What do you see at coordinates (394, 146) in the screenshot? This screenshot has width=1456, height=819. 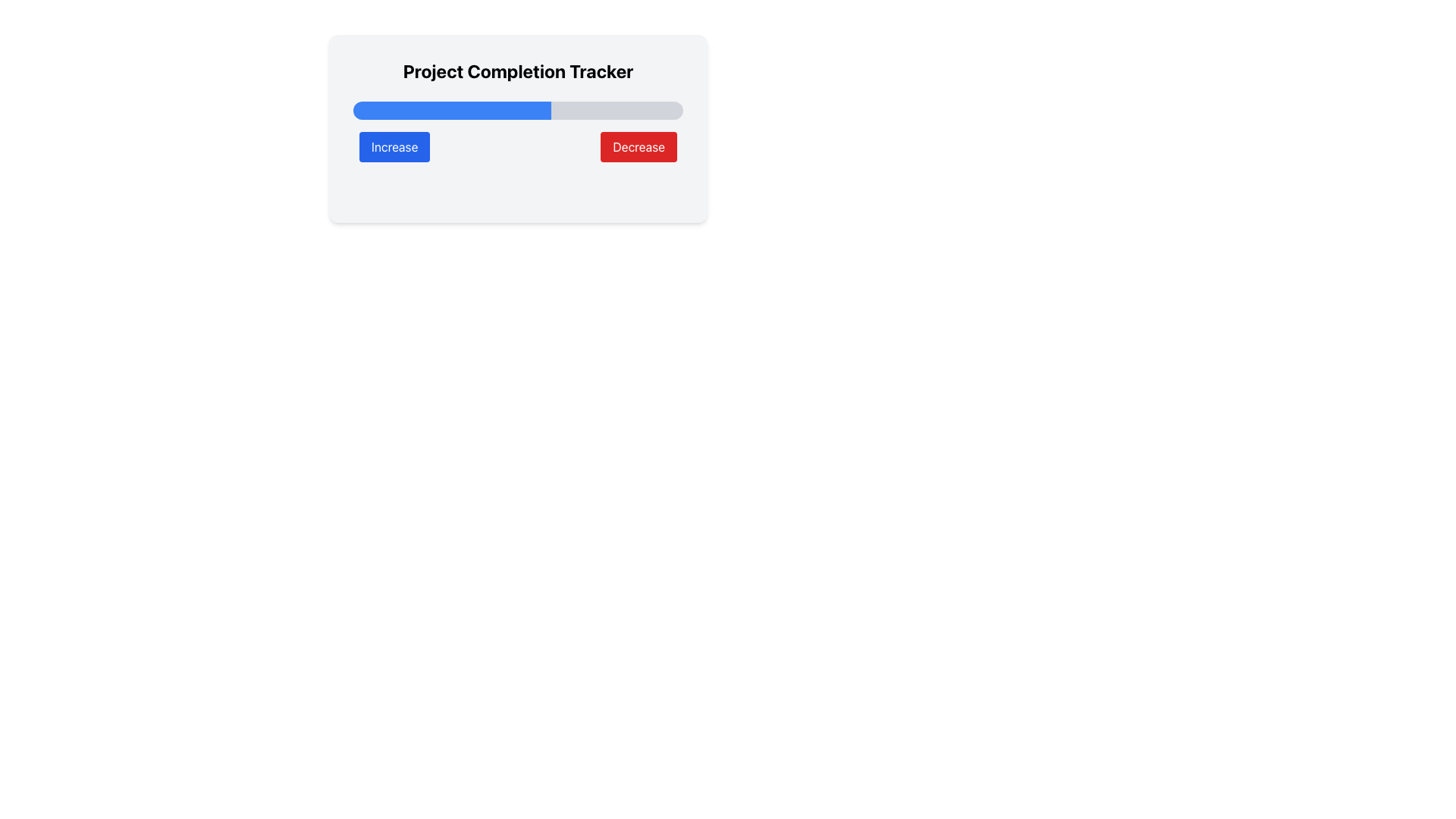 I see `the rectangular button labeled 'Increase' with white text on a blue background to observe its hover effect` at bounding box center [394, 146].